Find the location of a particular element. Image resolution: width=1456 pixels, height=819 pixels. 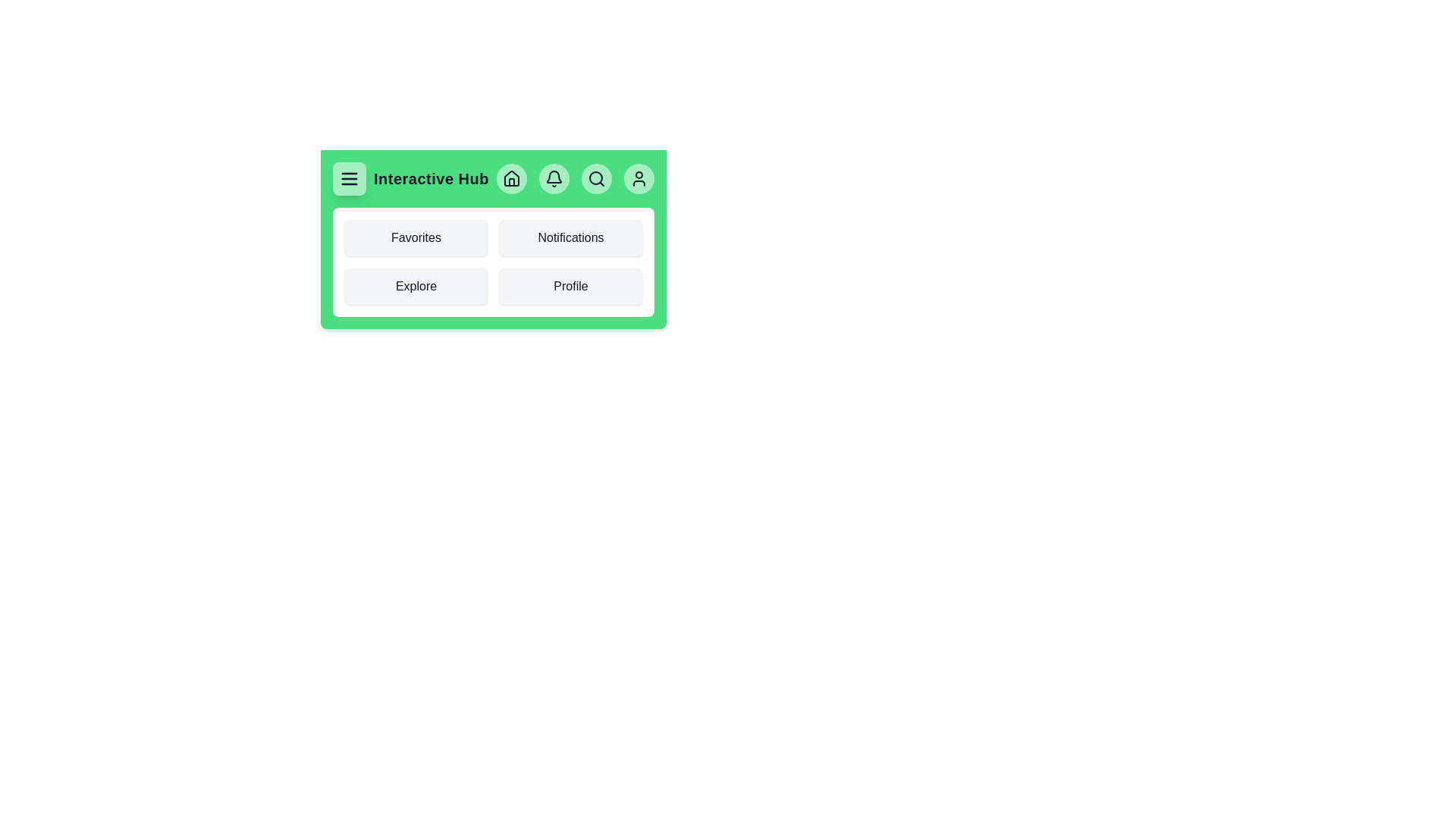

the interactive element Notifications Link is located at coordinates (570, 237).